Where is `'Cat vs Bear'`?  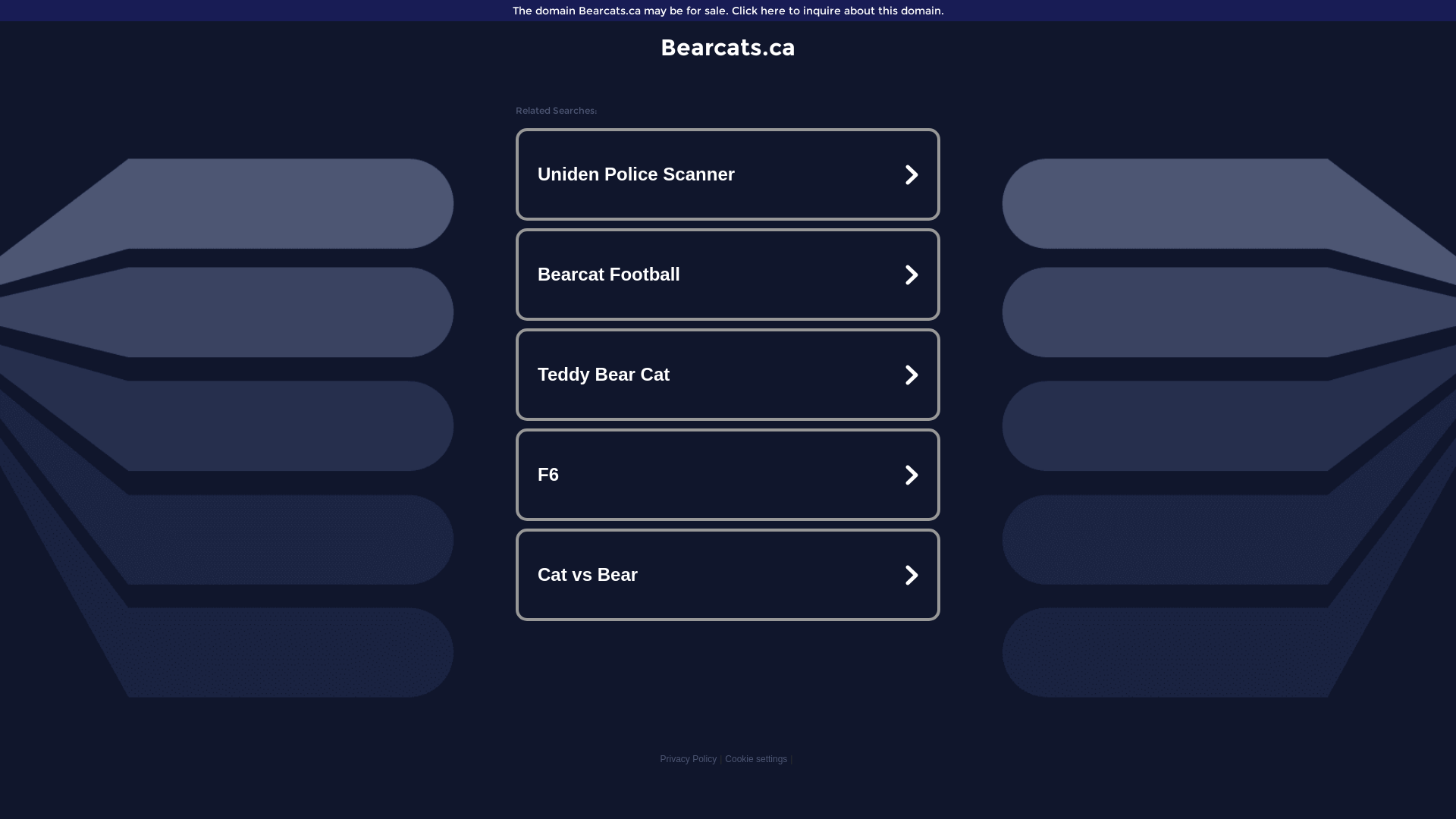 'Cat vs Bear' is located at coordinates (728, 575).